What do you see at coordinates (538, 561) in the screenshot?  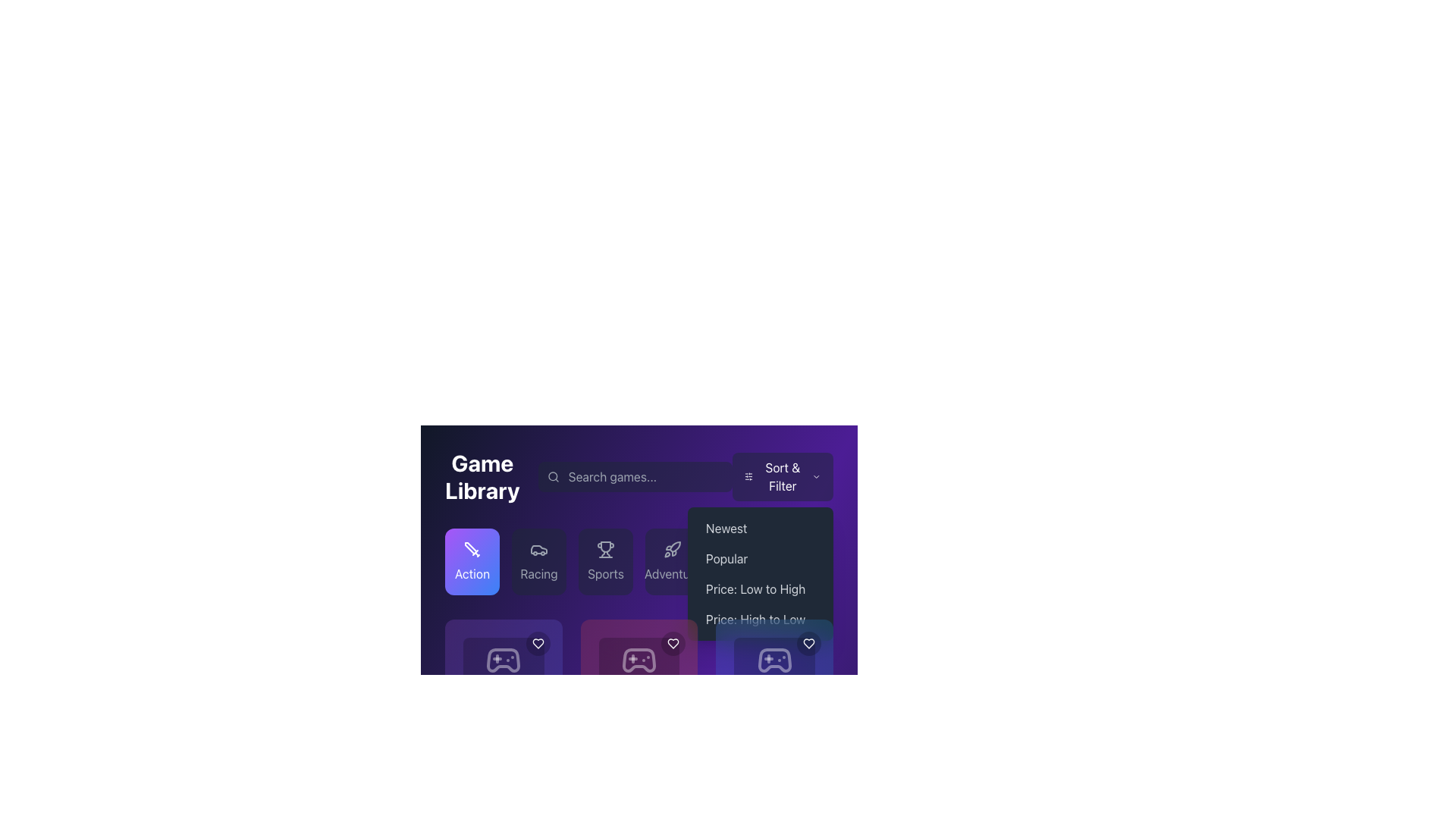 I see `the 'Racing' category button, which is the second button from the left in a row of category selector buttons labeled 'Action,' 'Racing,' 'Sports,' and 'Adventure.'` at bounding box center [538, 561].